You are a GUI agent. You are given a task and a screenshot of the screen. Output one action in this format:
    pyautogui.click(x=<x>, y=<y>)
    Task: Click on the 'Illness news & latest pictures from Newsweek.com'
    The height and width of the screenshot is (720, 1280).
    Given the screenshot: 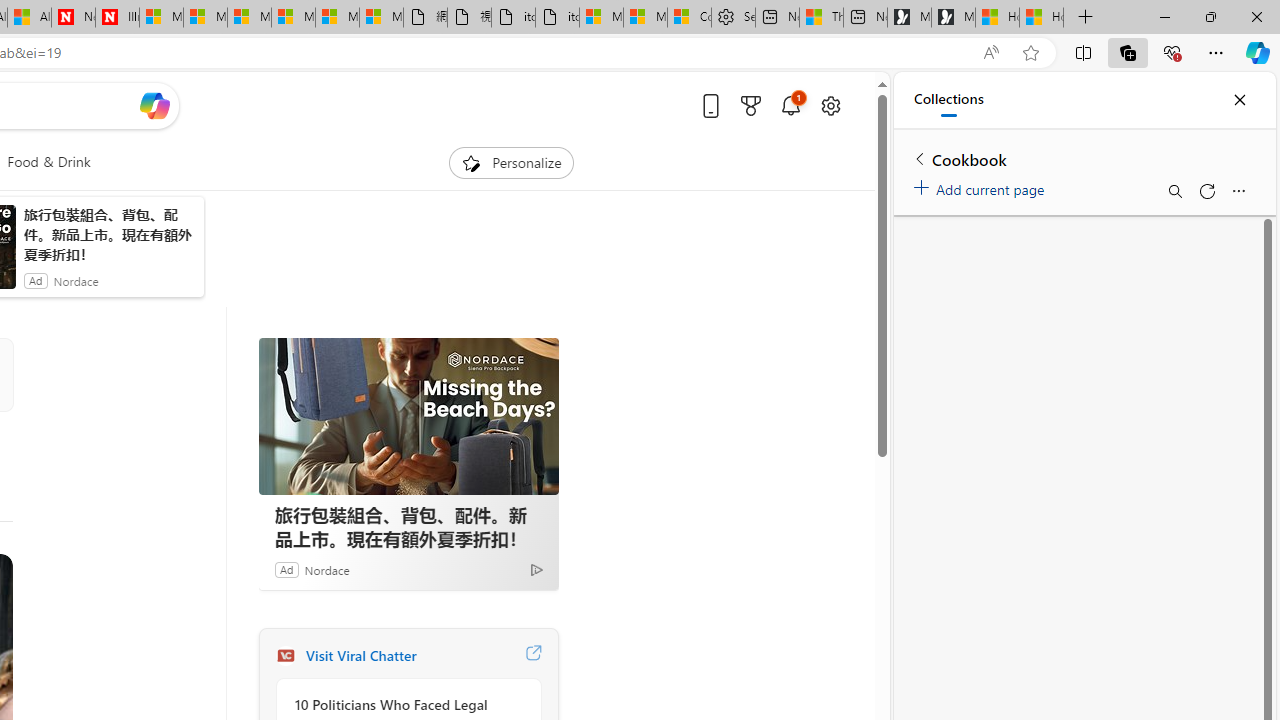 What is the action you would take?
    pyautogui.click(x=116, y=17)
    